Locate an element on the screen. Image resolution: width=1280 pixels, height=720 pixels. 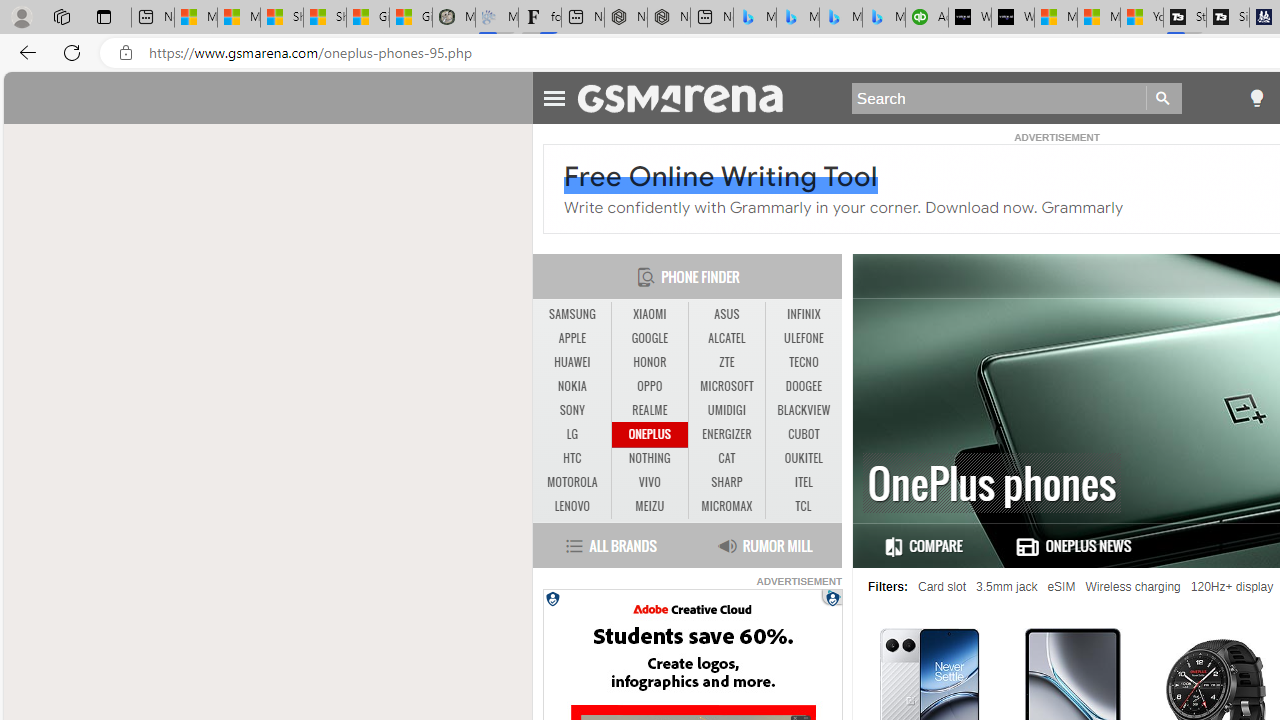
'Microsoft Bing Travel - Stays in Bangkok, Bangkok, Thailand' is located at coordinates (797, 17).